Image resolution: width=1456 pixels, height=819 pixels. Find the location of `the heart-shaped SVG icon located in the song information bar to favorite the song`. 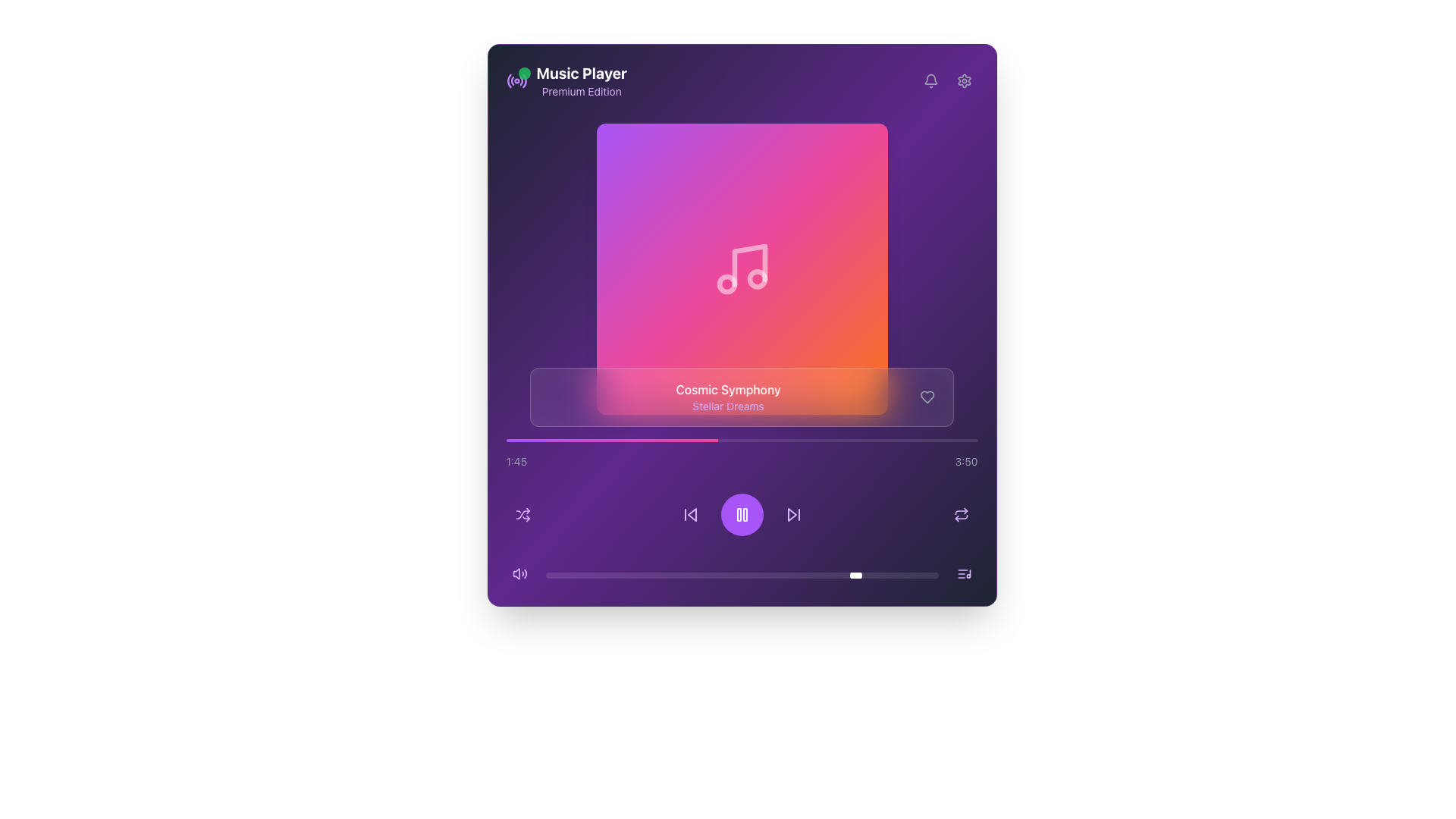

the heart-shaped SVG icon located in the song information bar to favorite the song is located at coordinates (927, 397).